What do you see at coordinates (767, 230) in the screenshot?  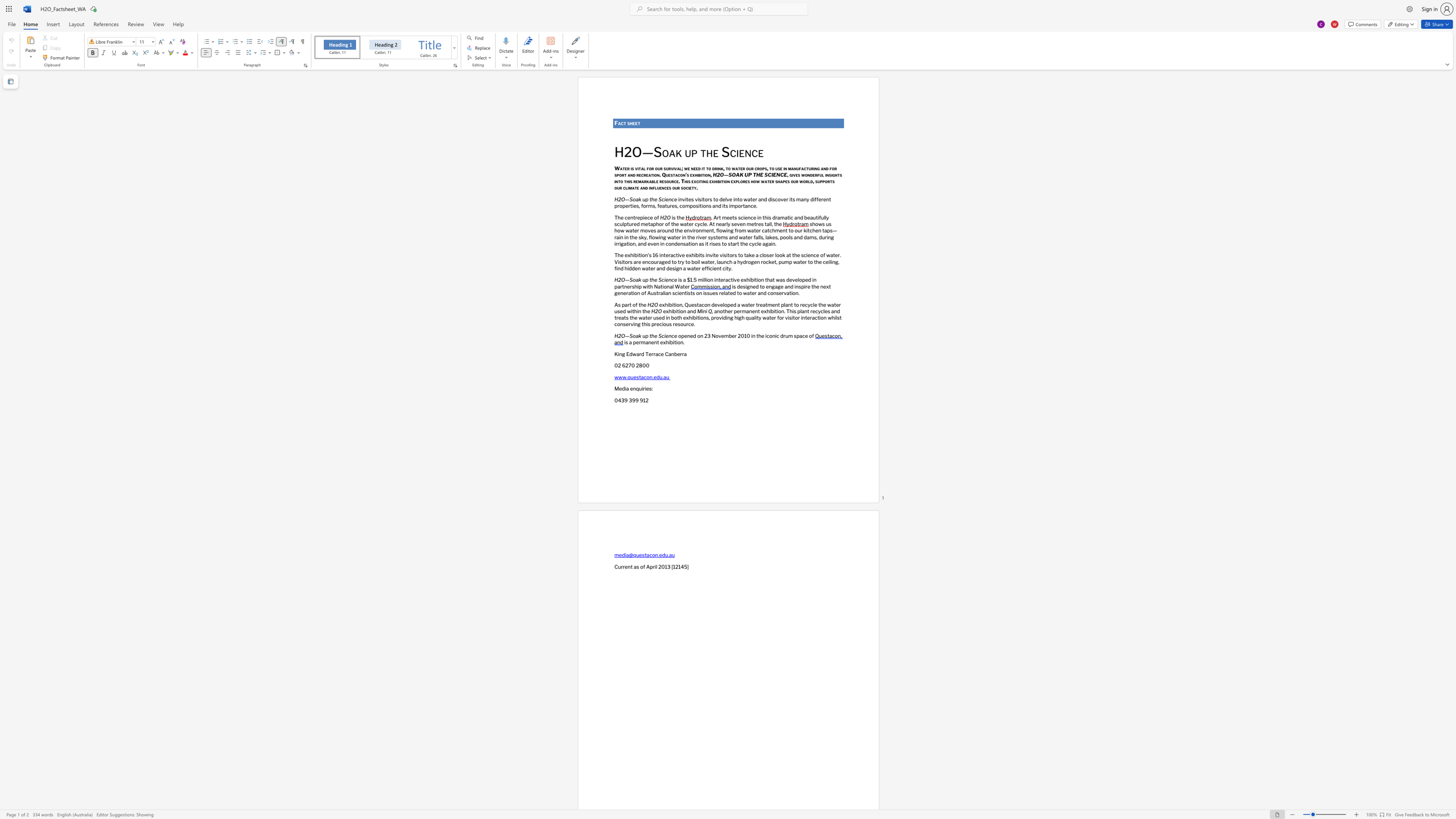 I see `the subset text "tchme" within the text "shows us how water moves around the environment, flowing from water catchment to our kitchen taps"` at bounding box center [767, 230].